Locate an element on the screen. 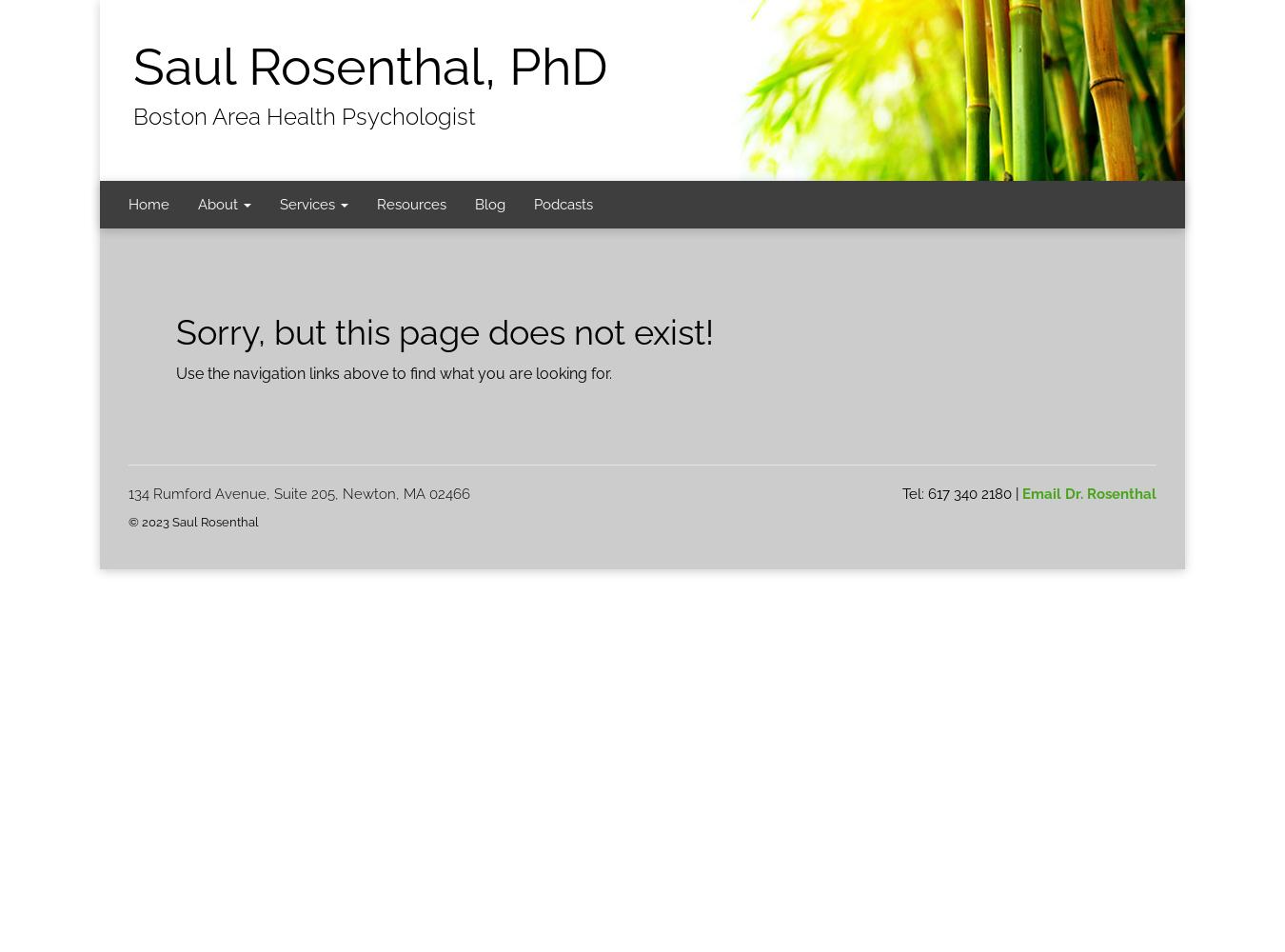 The width and height of the screenshot is (1285, 952). 'Tel: 617 340 2180 |' is located at coordinates (961, 493).